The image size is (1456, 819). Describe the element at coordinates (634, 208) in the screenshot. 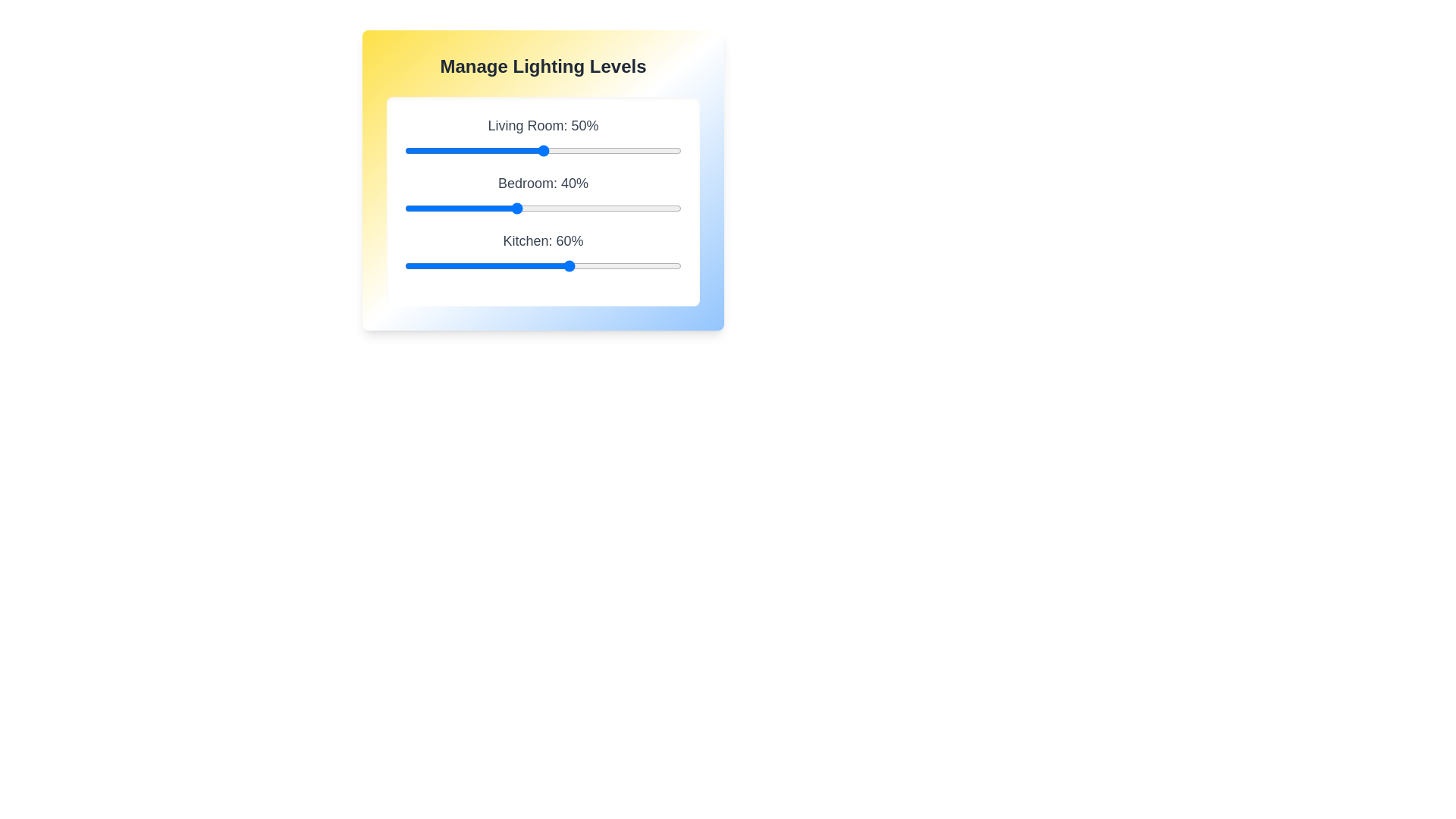

I see `the Bedroom lighting slider to 83%` at that location.